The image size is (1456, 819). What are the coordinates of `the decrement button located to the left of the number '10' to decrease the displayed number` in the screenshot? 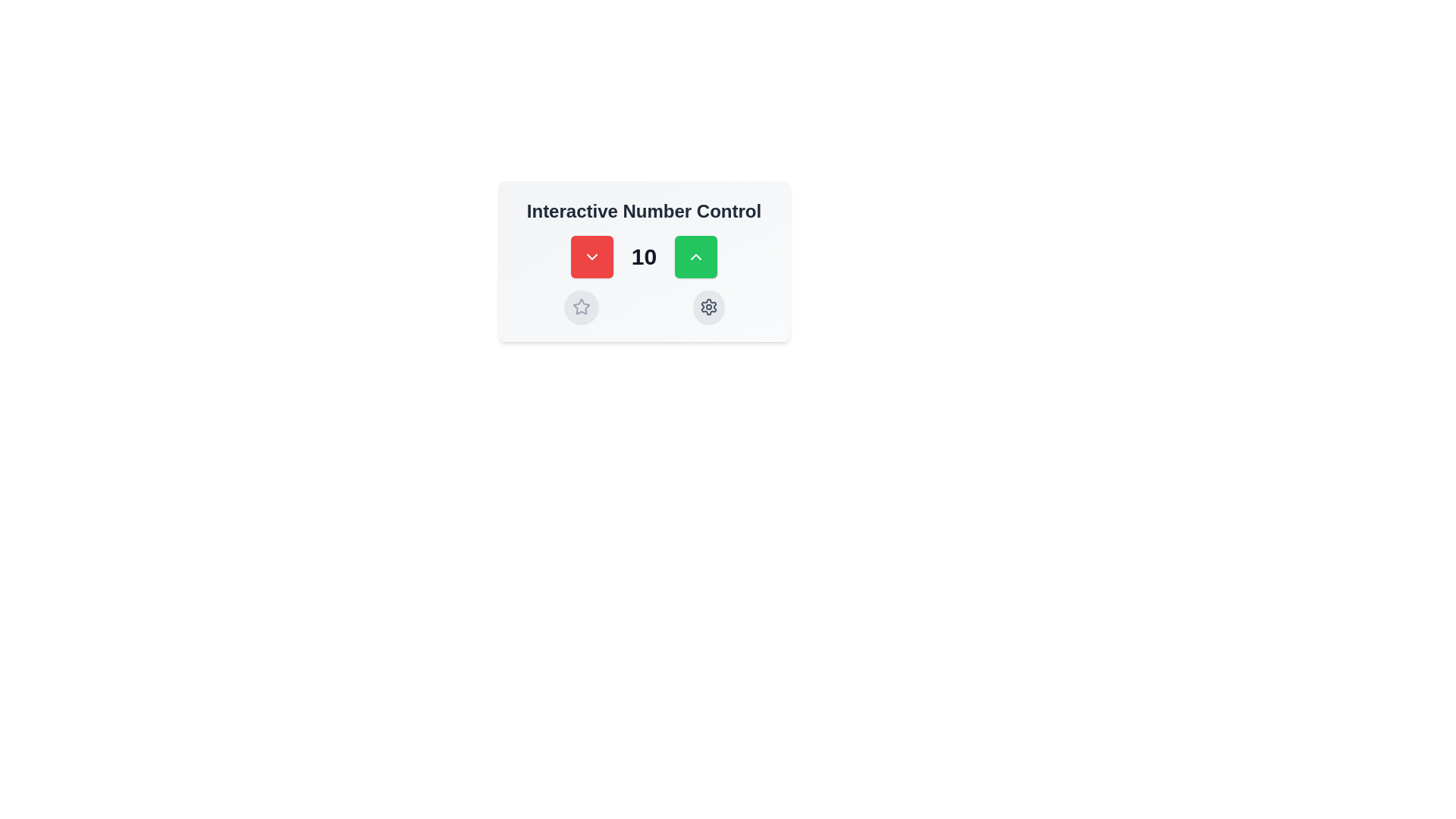 It's located at (591, 256).